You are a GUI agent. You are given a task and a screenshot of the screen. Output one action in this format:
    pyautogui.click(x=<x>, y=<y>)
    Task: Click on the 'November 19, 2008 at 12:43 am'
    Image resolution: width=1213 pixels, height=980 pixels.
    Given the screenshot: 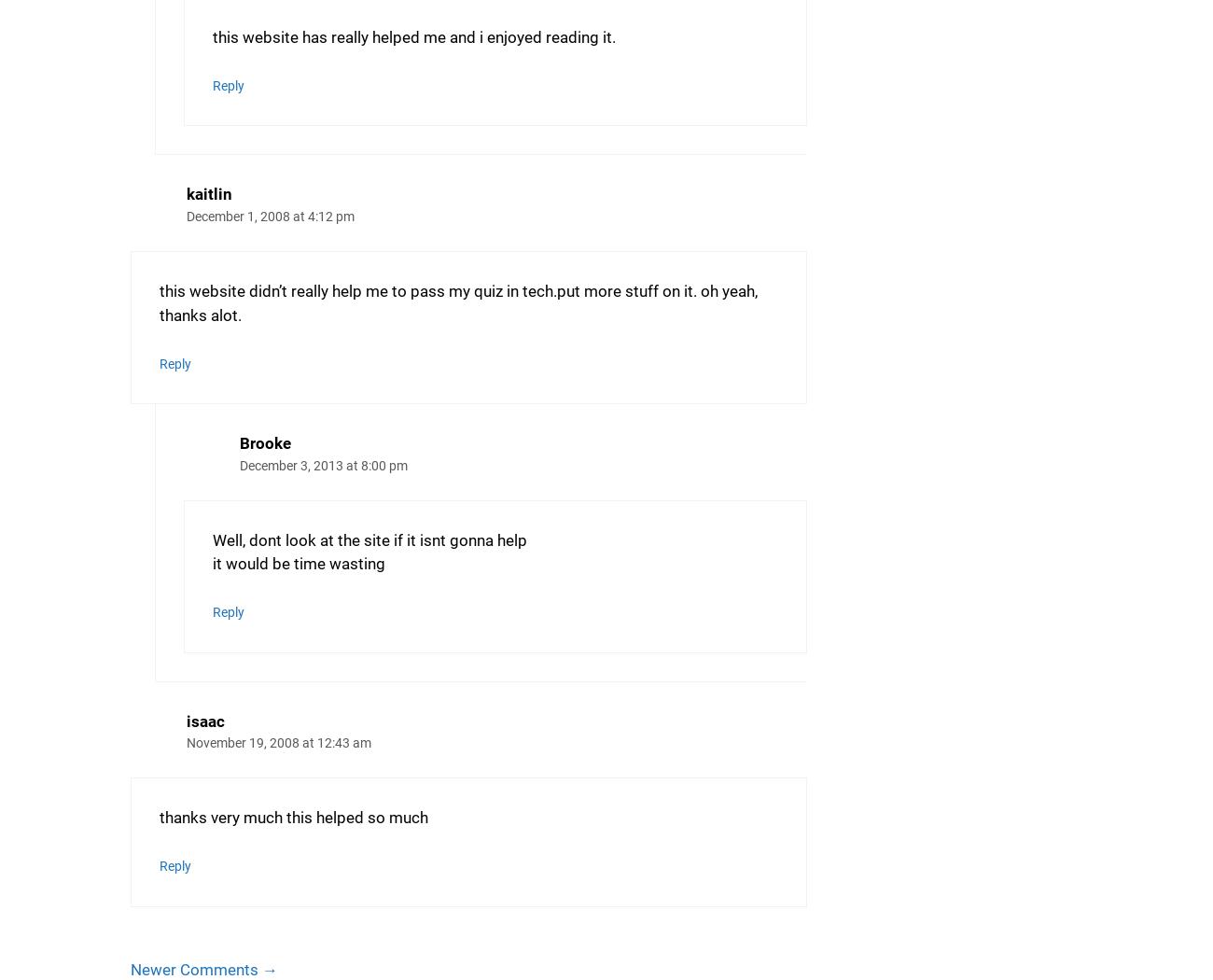 What is the action you would take?
    pyautogui.click(x=279, y=742)
    